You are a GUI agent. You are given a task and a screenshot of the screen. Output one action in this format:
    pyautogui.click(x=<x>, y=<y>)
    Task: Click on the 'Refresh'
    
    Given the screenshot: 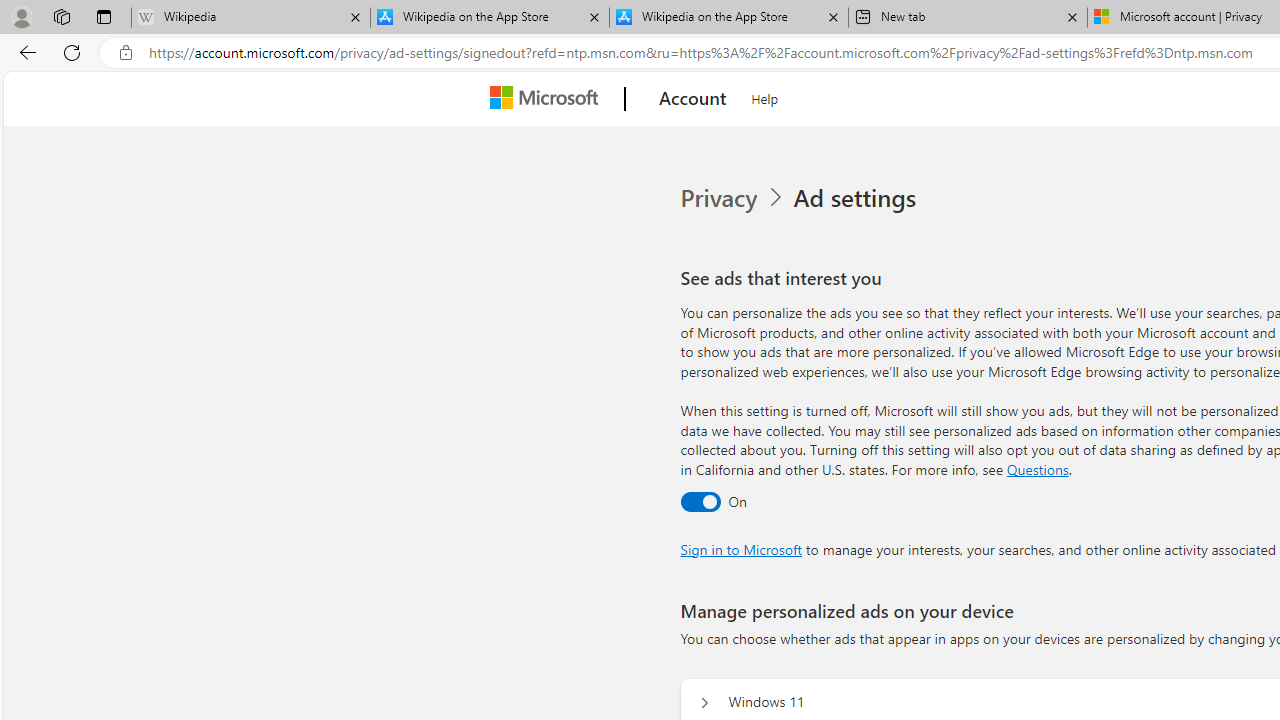 What is the action you would take?
    pyautogui.click(x=72, y=51)
    